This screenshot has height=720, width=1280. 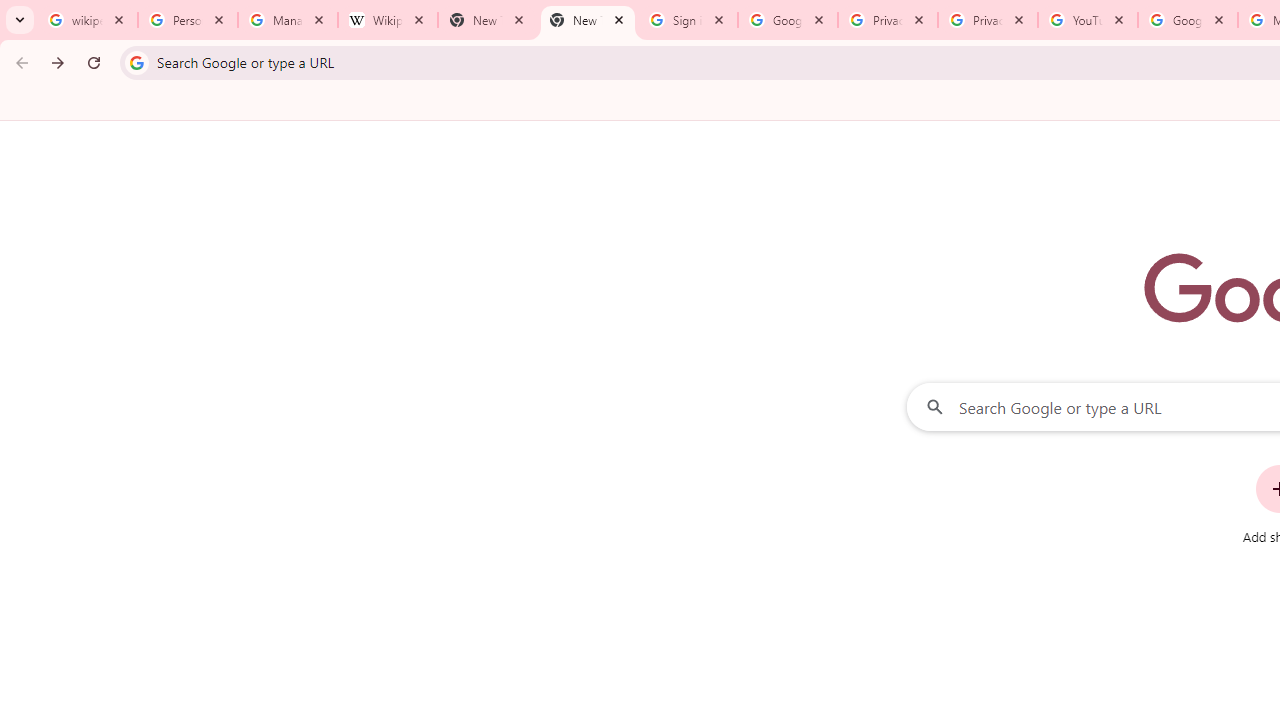 What do you see at coordinates (787, 20) in the screenshot?
I see `'Google Drive: Sign-in'` at bounding box center [787, 20].